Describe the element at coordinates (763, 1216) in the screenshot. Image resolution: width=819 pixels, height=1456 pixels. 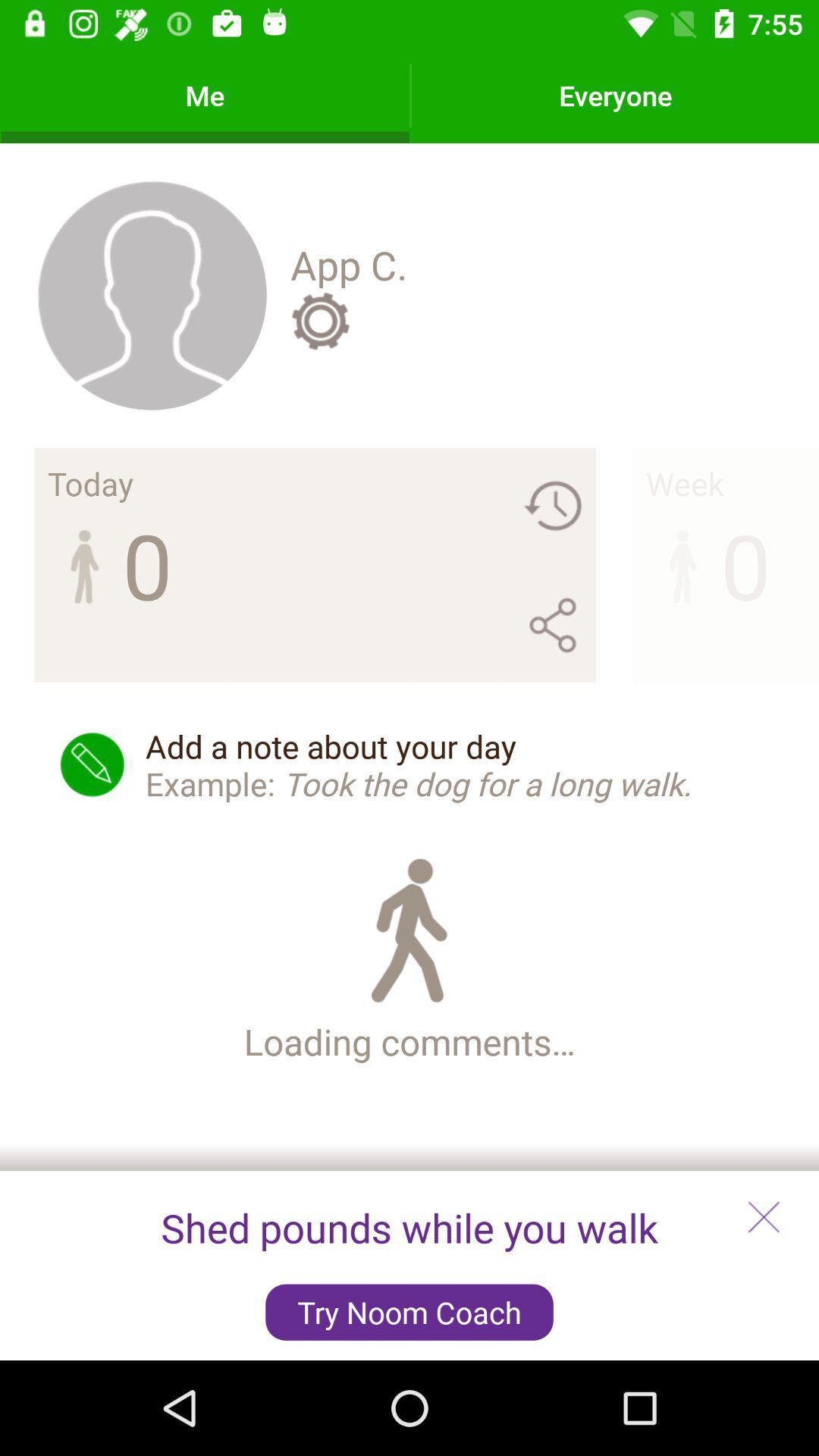
I see `the close icon` at that location.